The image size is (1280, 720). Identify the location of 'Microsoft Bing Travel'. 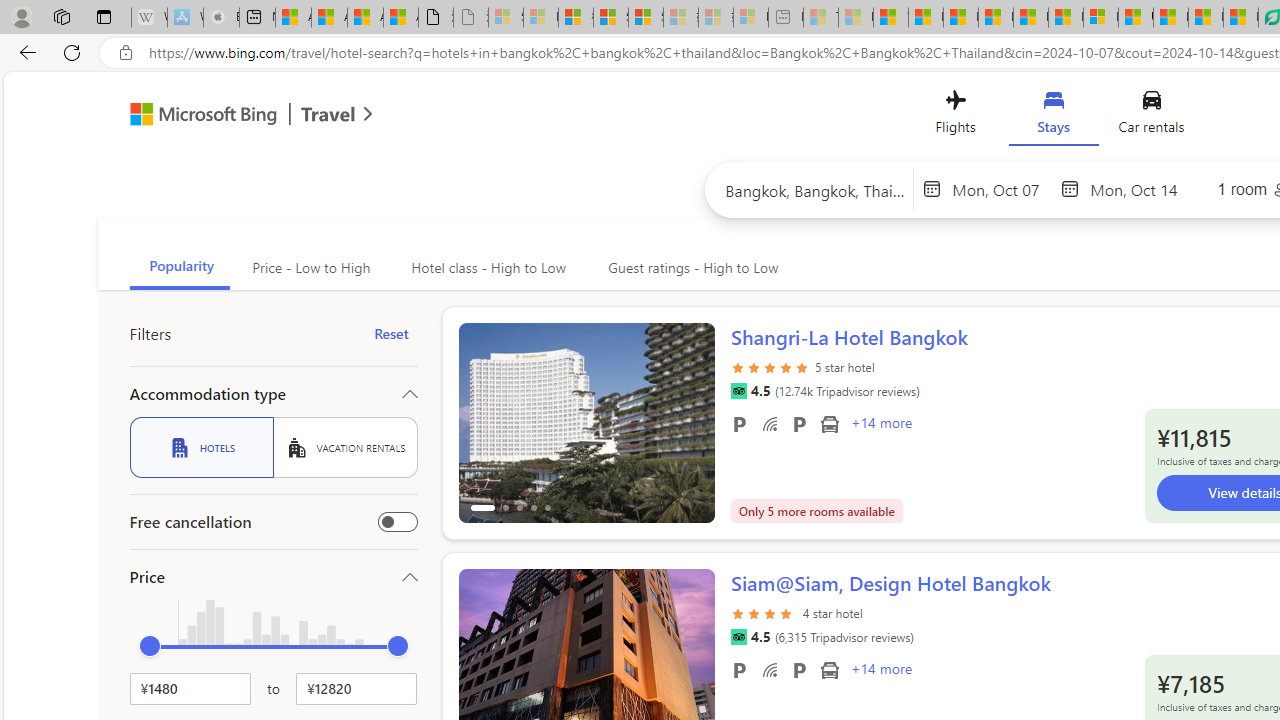
(230, 117).